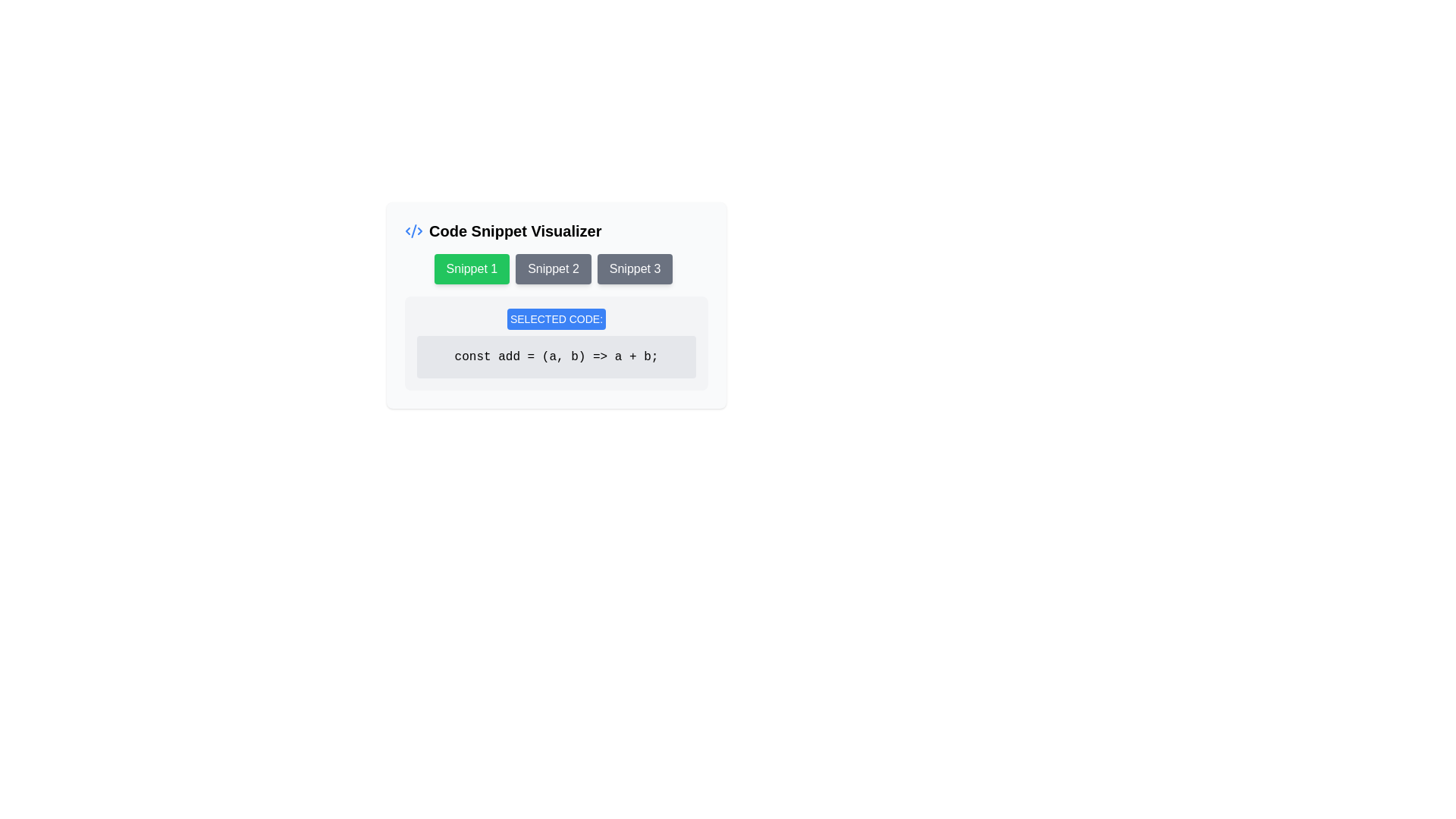 This screenshot has height=819, width=1456. I want to click on the 'Snippet 2' button, which is the second button in a row of three buttons labeled 'Snippet 1', 'Snippet 2', and 'Snippet 3', so click(556, 268).